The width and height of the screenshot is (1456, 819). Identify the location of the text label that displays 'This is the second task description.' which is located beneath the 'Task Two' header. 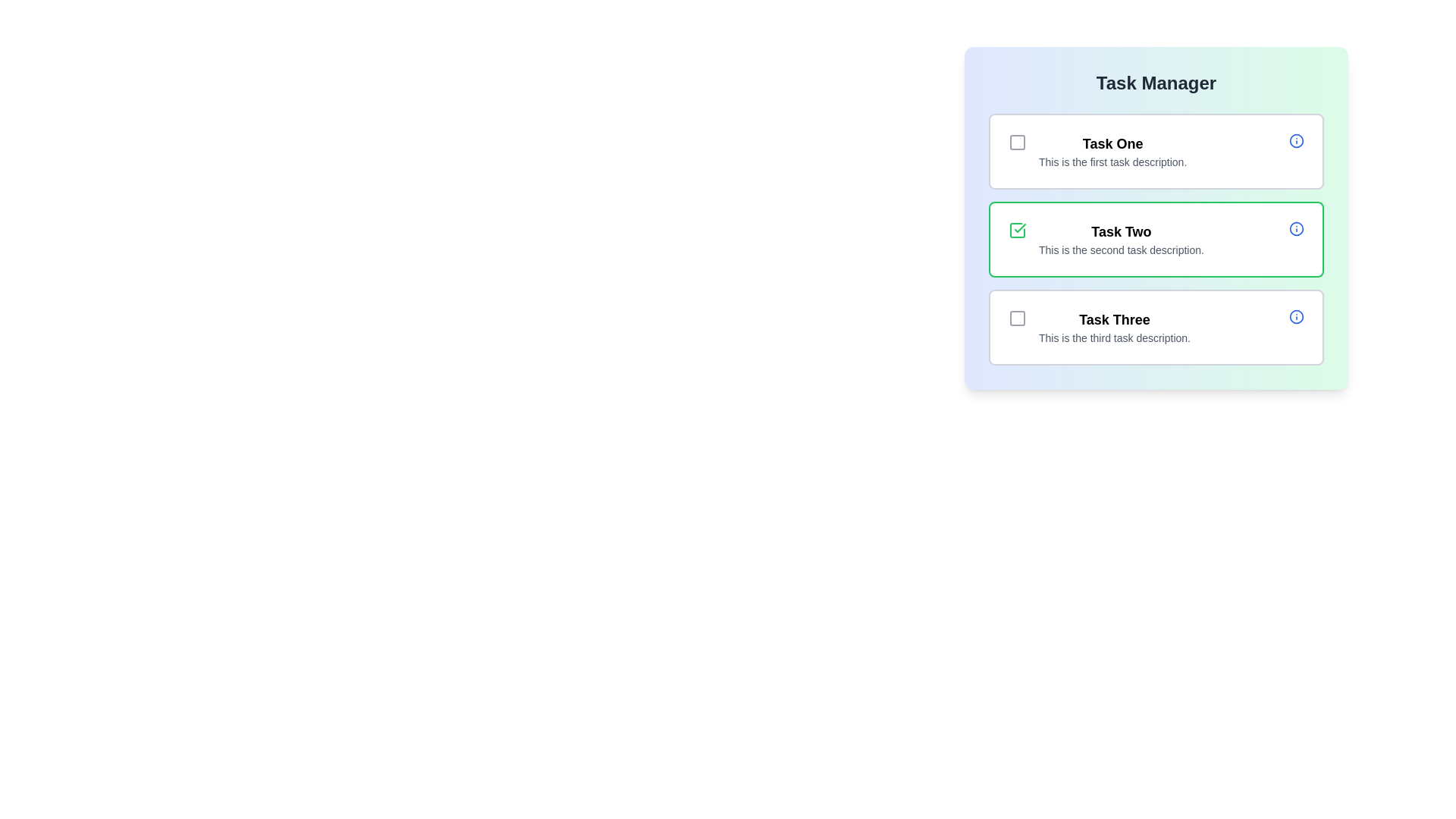
(1121, 249).